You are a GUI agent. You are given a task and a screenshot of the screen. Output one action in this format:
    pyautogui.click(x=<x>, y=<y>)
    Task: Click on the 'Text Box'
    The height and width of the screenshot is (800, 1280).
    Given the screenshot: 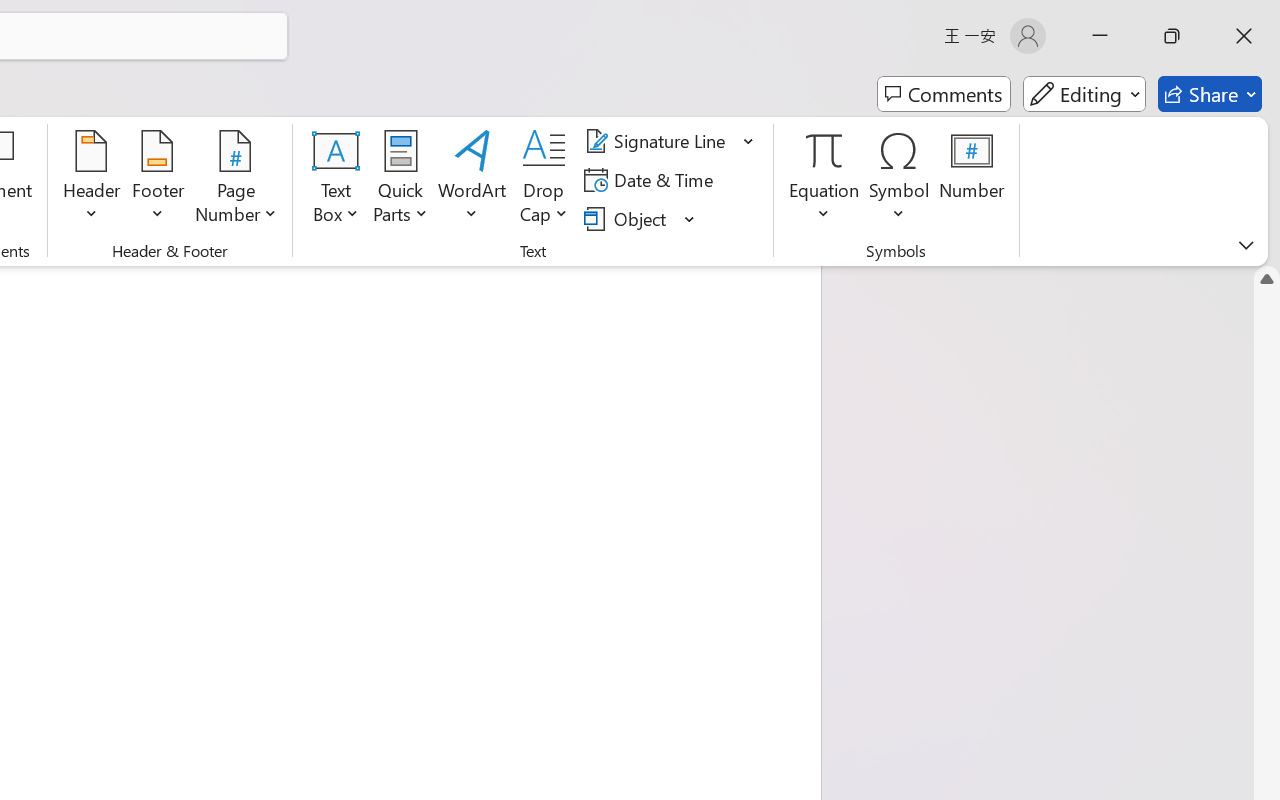 What is the action you would take?
    pyautogui.click(x=336, y=179)
    